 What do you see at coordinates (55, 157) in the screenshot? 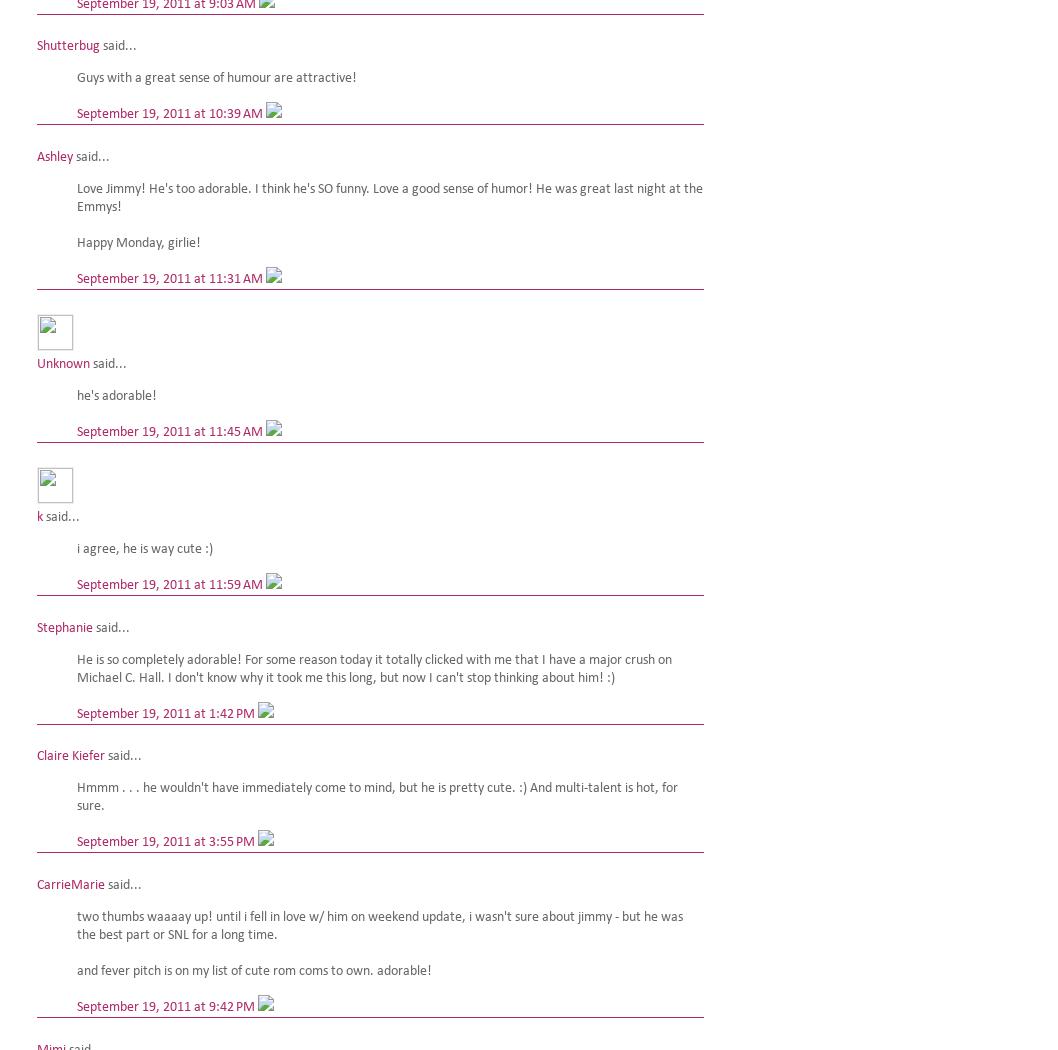
I see `'Ashley'` at bounding box center [55, 157].